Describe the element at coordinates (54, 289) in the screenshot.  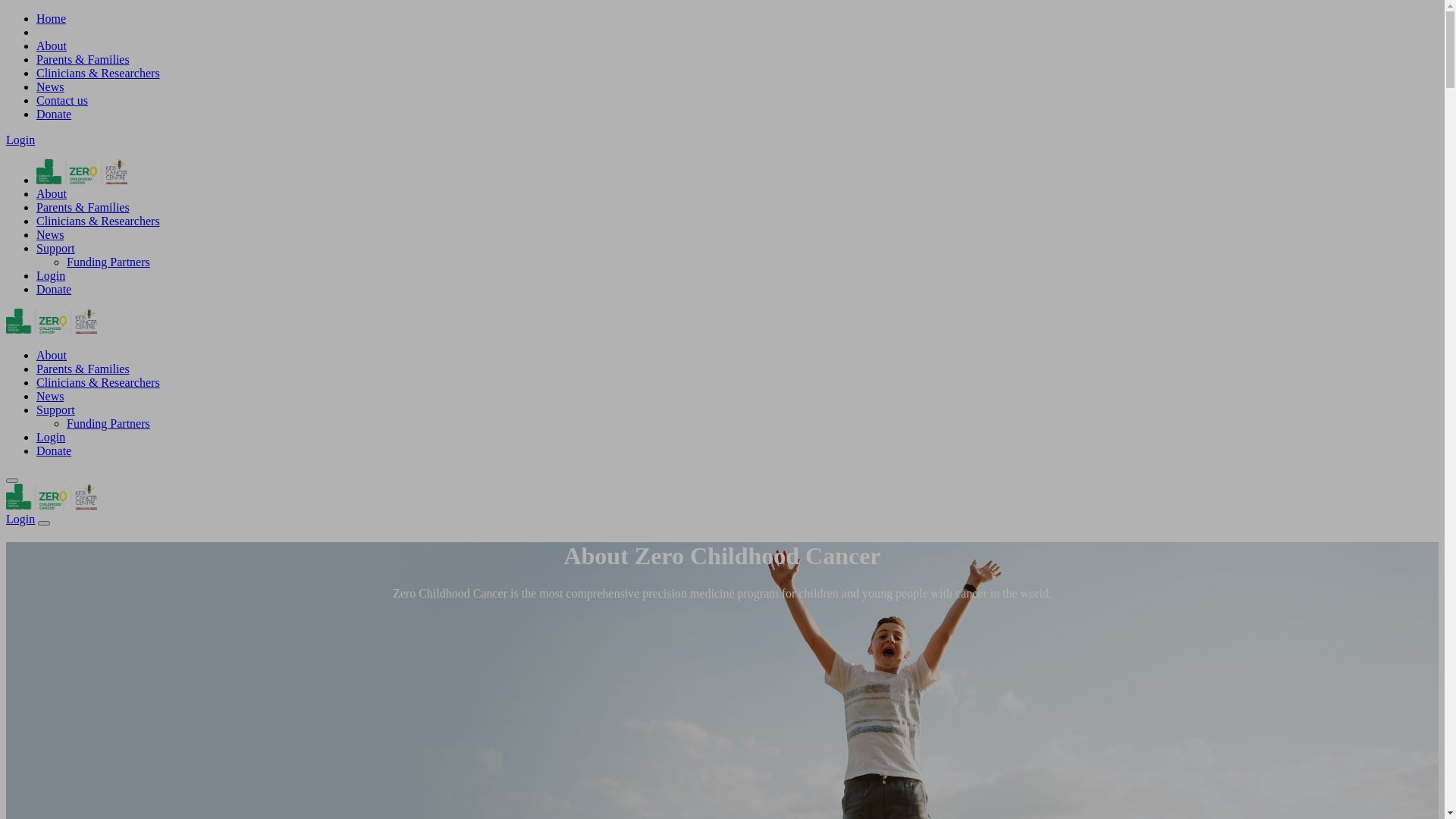
I see `'Donate'` at that location.